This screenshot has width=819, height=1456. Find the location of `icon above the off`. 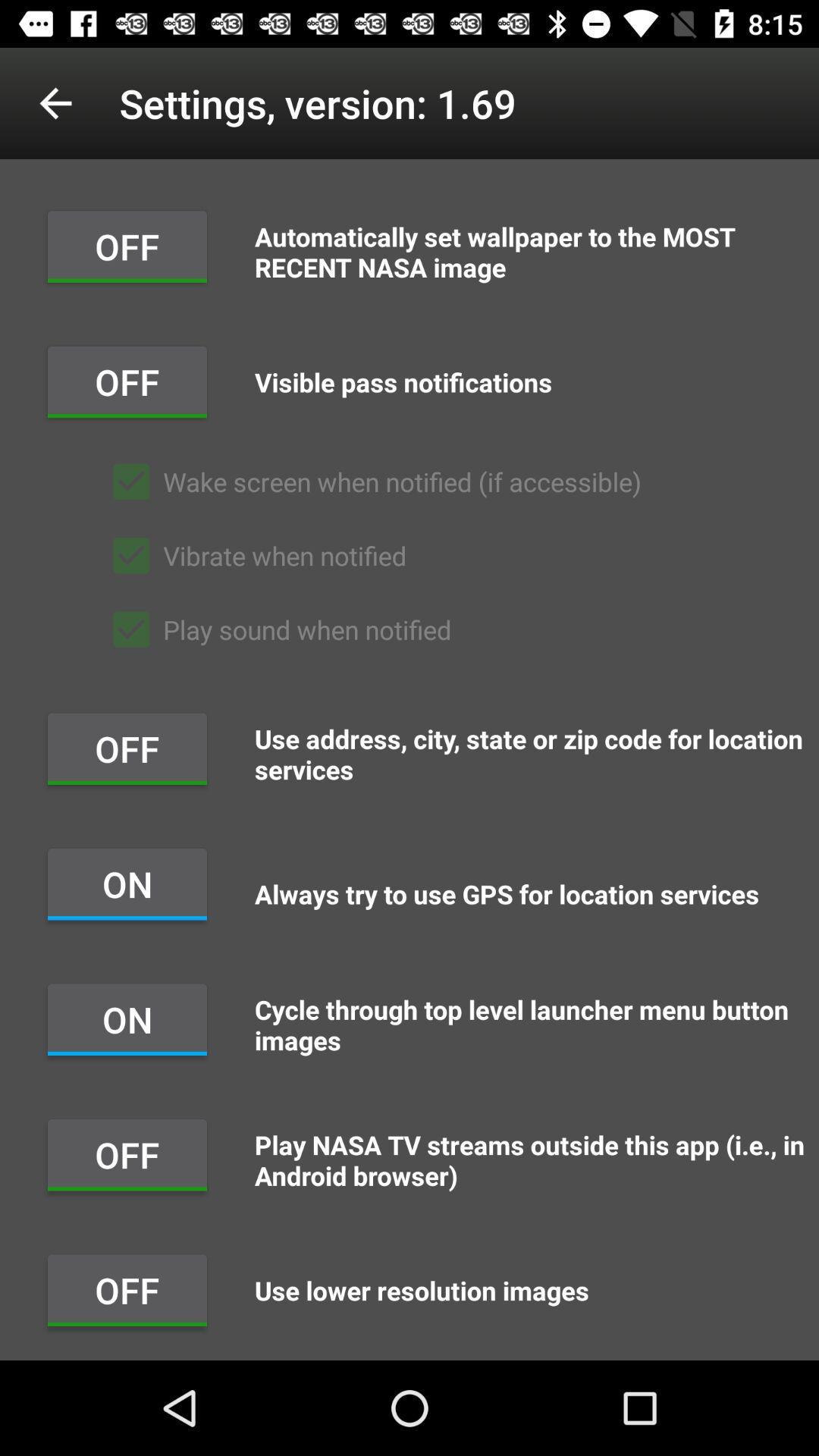

icon above the off is located at coordinates (55, 102).